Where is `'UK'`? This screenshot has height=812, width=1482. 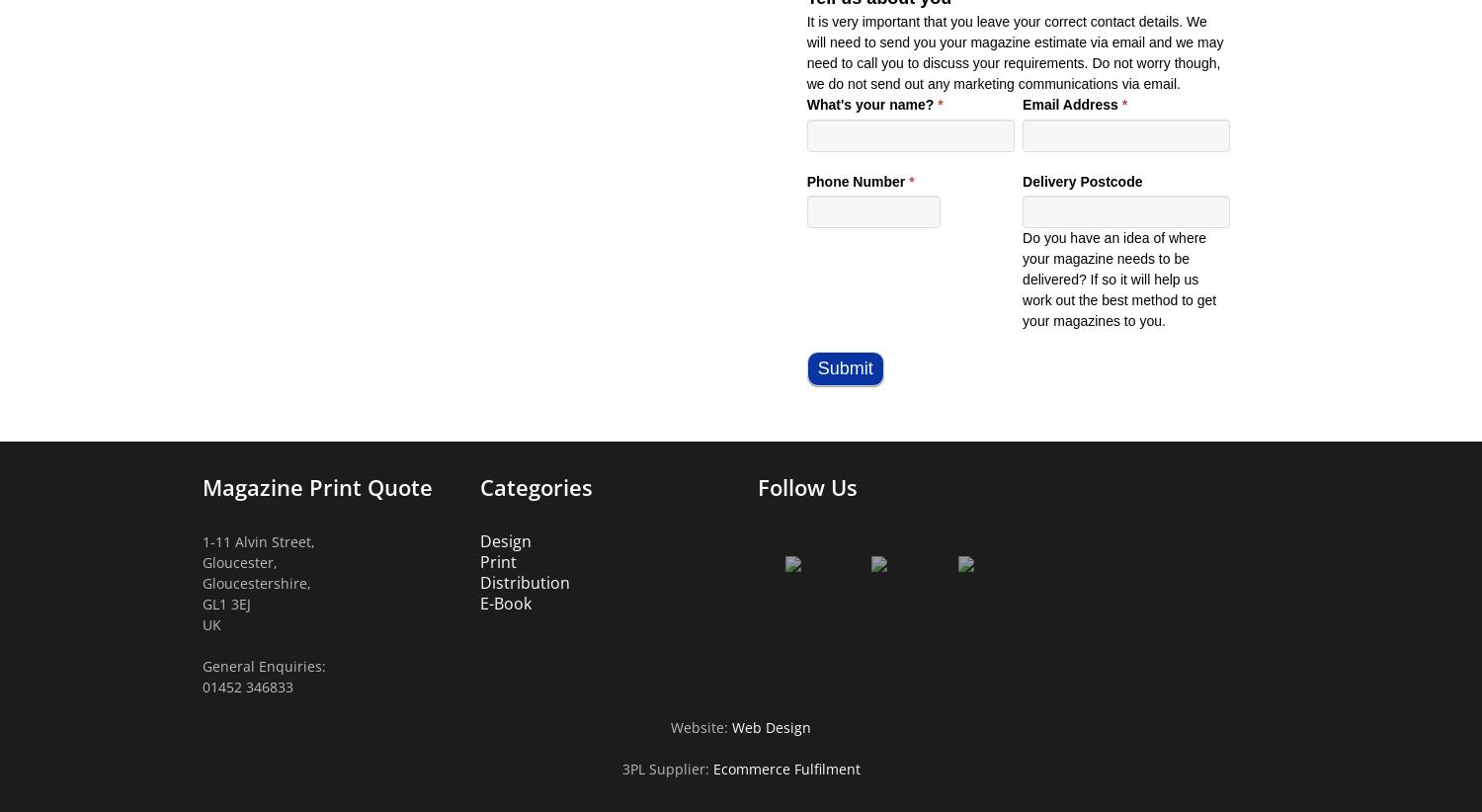 'UK' is located at coordinates (210, 624).